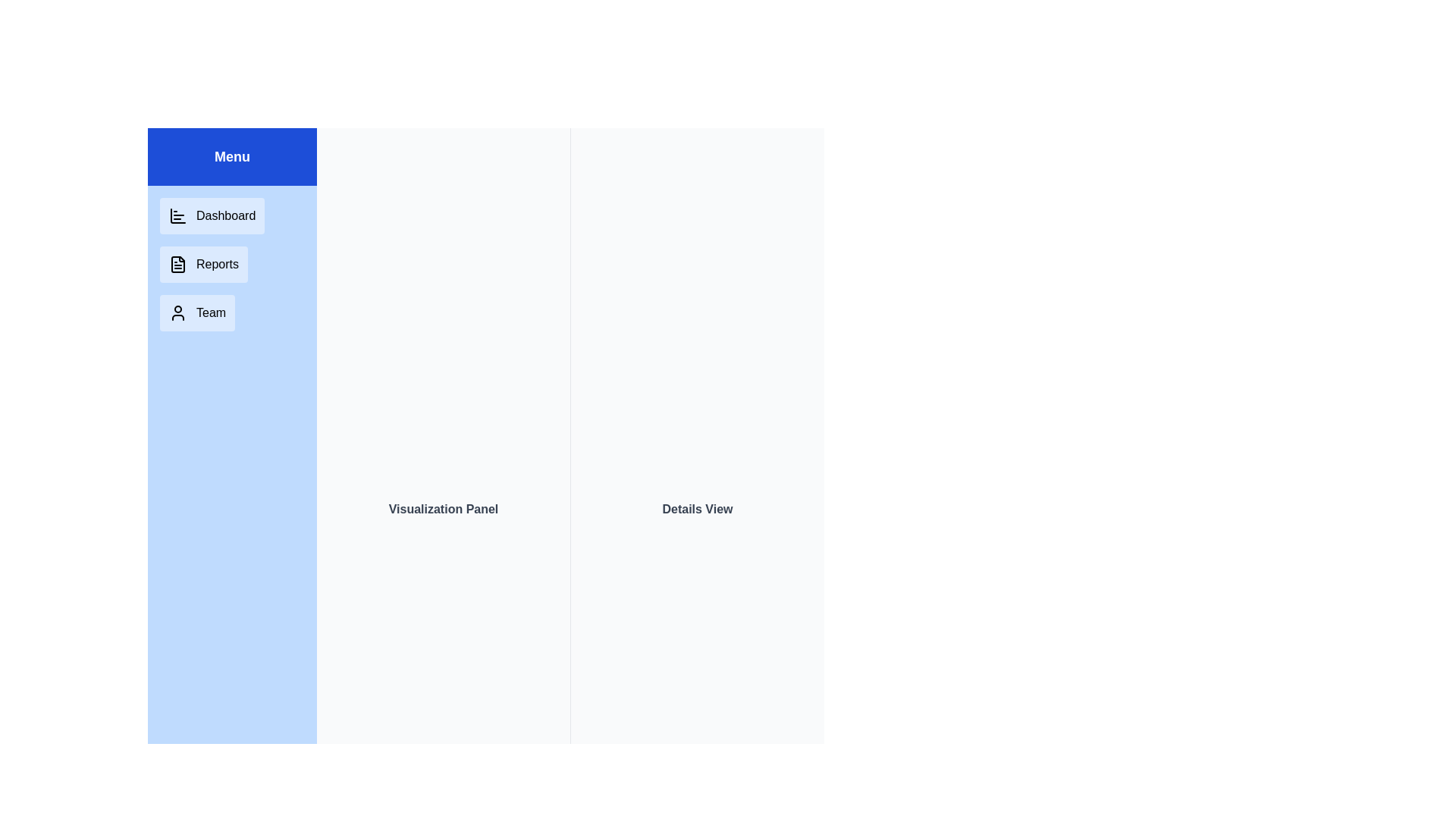 The height and width of the screenshot is (819, 1456). What do you see at coordinates (178, 263) in the screenshot?
I see `the file icon representing the Reports menu item located in the second position of the vertical list in the left-side menu` at bounding box center [178, 263].